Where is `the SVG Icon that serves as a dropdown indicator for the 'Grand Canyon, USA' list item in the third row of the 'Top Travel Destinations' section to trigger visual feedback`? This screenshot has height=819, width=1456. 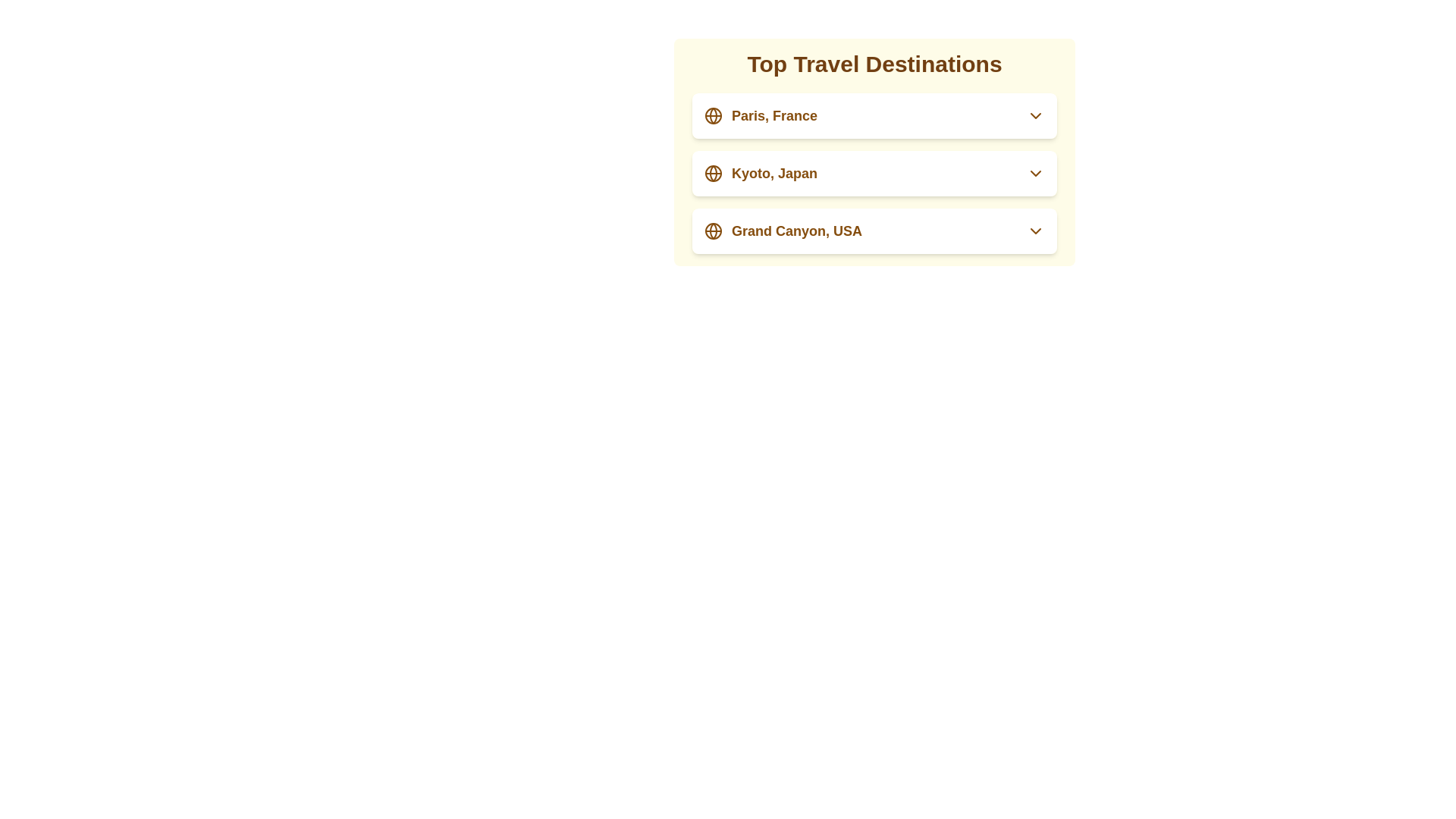 the SVG Icon that serves as a dropdown indicator for the 'Grand Canyon, USA' list item in the third row of the 'Top Travel Destinations' section to trigger visual feedback is located at coordinates (1035, 231).